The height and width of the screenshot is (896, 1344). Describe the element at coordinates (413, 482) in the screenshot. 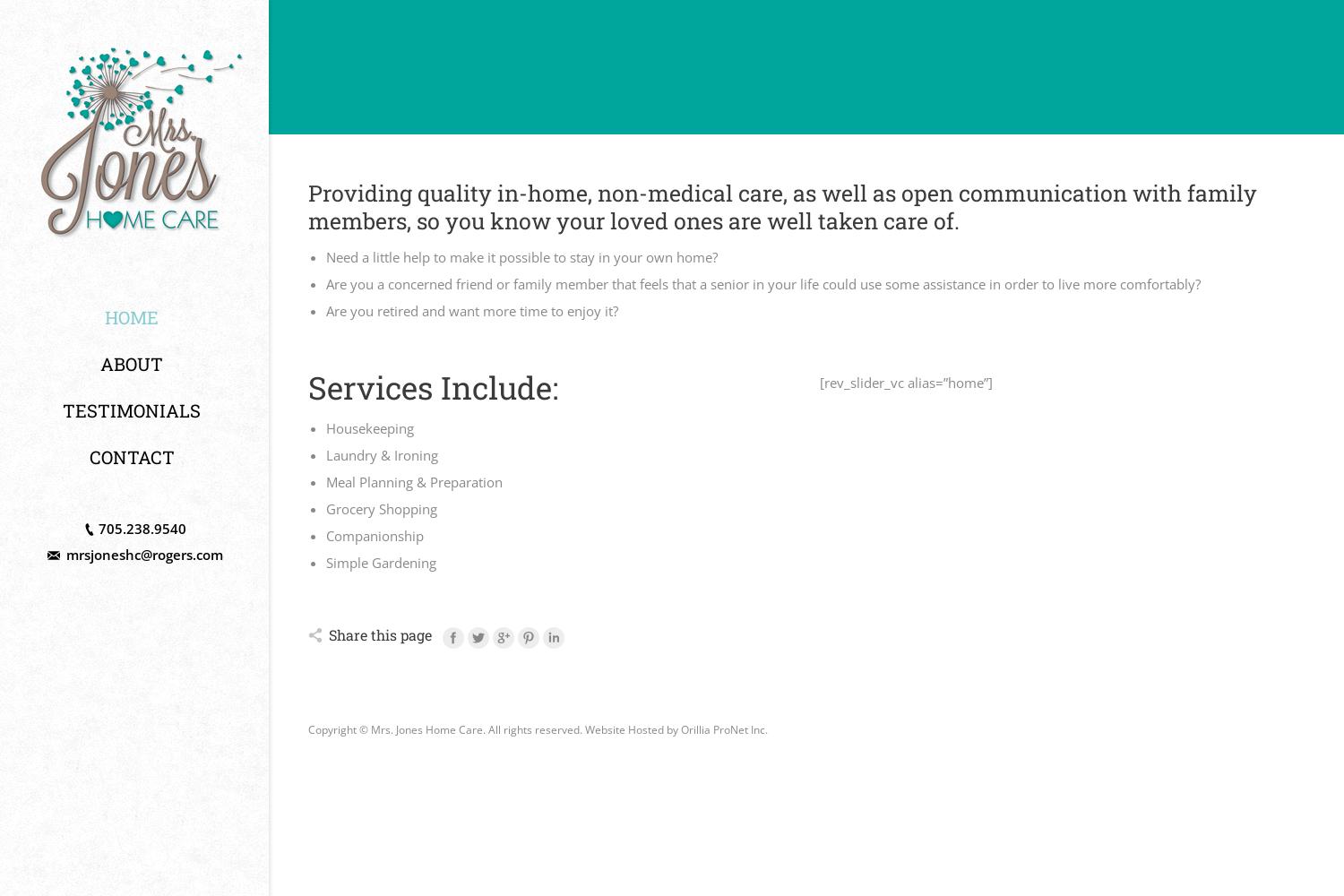

I see `'Meal Planning & Preparation'` at that location.